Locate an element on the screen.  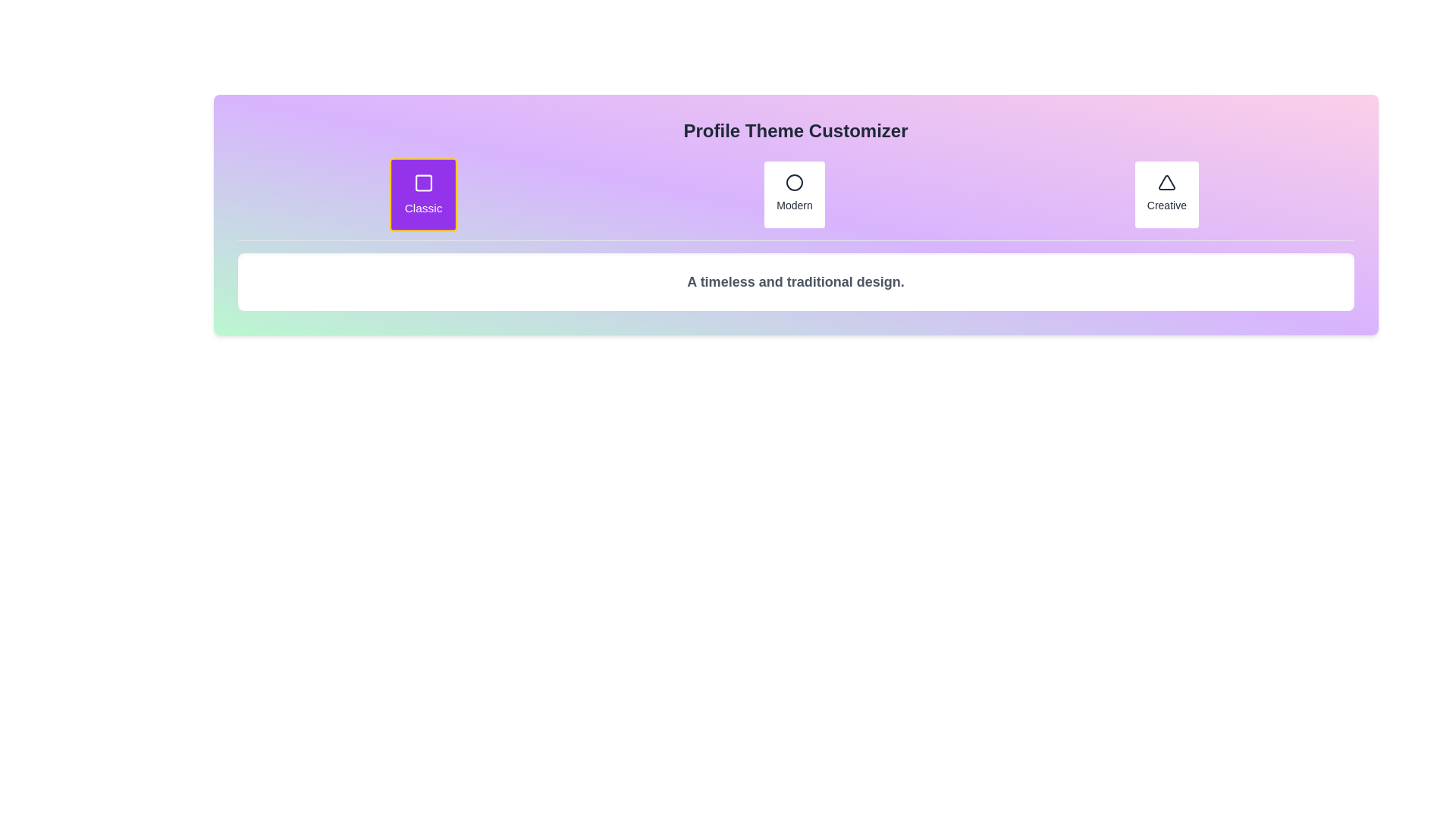
the triangle icon, which is a vector graphic styled with a simple outline and fill design, located in the top-right section of the interface is located at coordinates (1166, 181).